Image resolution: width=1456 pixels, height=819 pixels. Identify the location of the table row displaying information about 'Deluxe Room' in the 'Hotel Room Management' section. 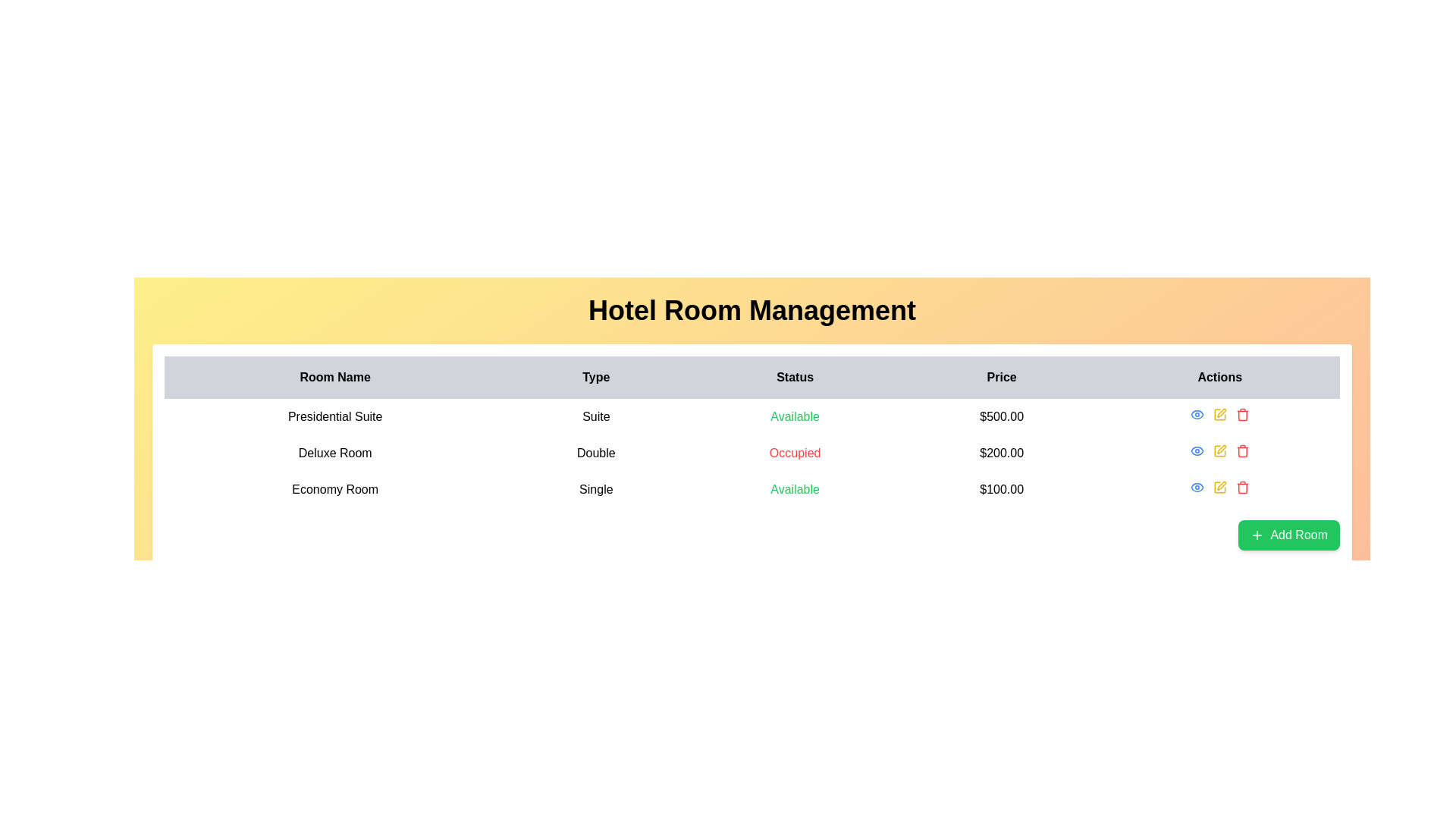
(752, 452).